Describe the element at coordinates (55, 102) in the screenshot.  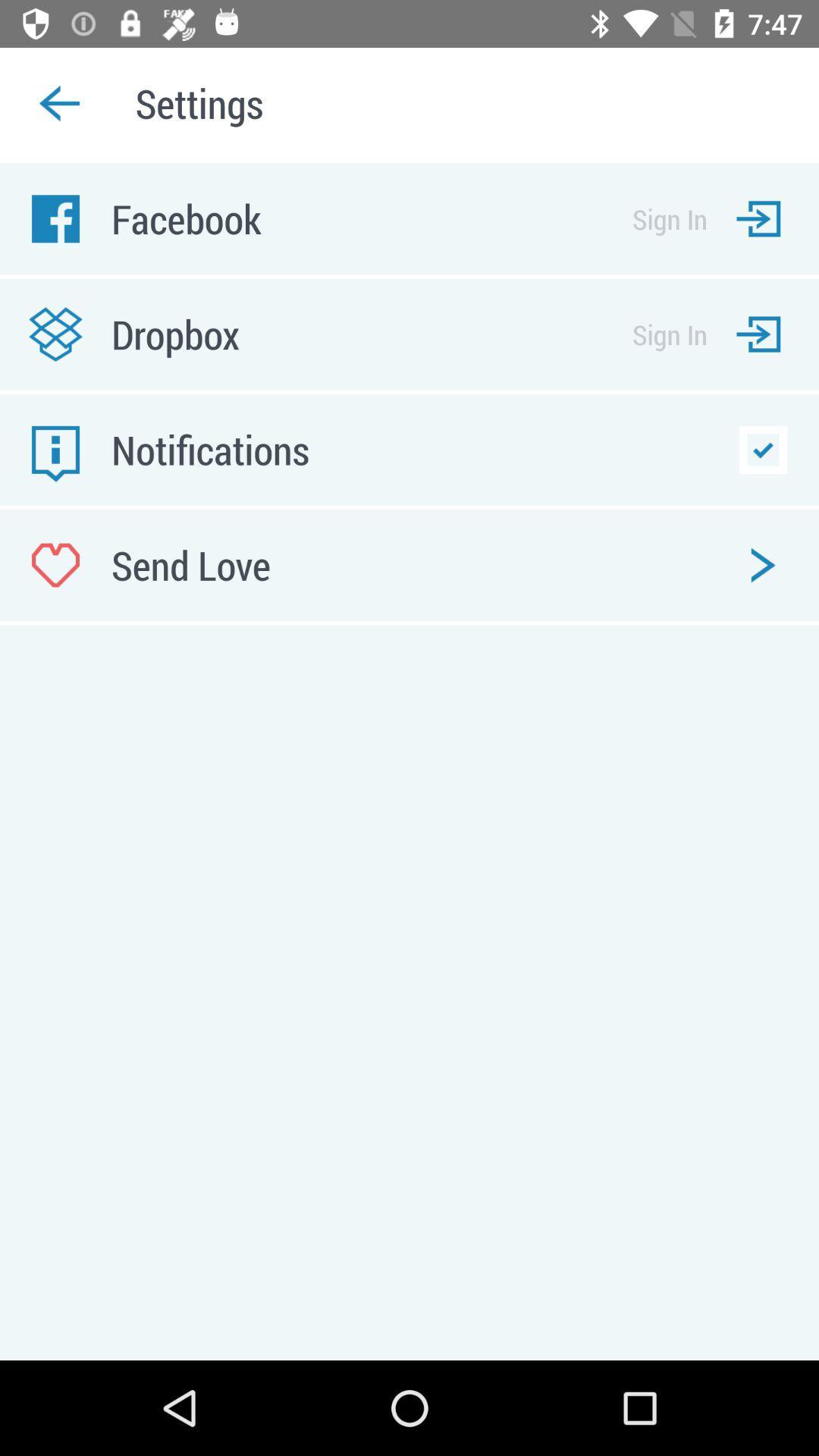
I see `the arrow_backward icon` at that location.